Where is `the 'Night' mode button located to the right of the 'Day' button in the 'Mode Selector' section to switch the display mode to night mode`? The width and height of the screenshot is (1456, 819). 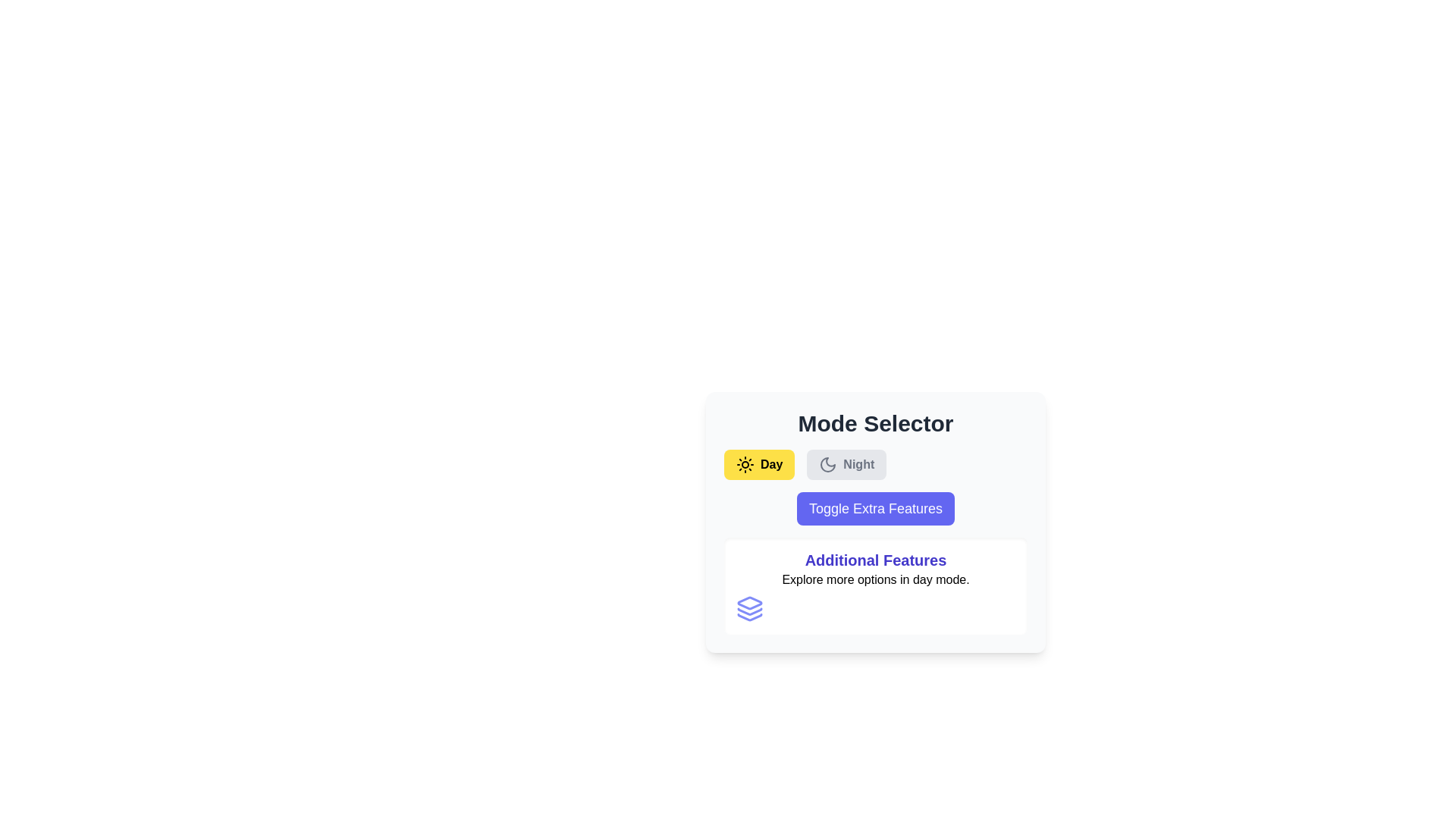 the 'Night' mode button located to the right of the 'Day' button in the 'Mode Selector' section to switch the display mode to night mode is located at coordinates (846, 464).